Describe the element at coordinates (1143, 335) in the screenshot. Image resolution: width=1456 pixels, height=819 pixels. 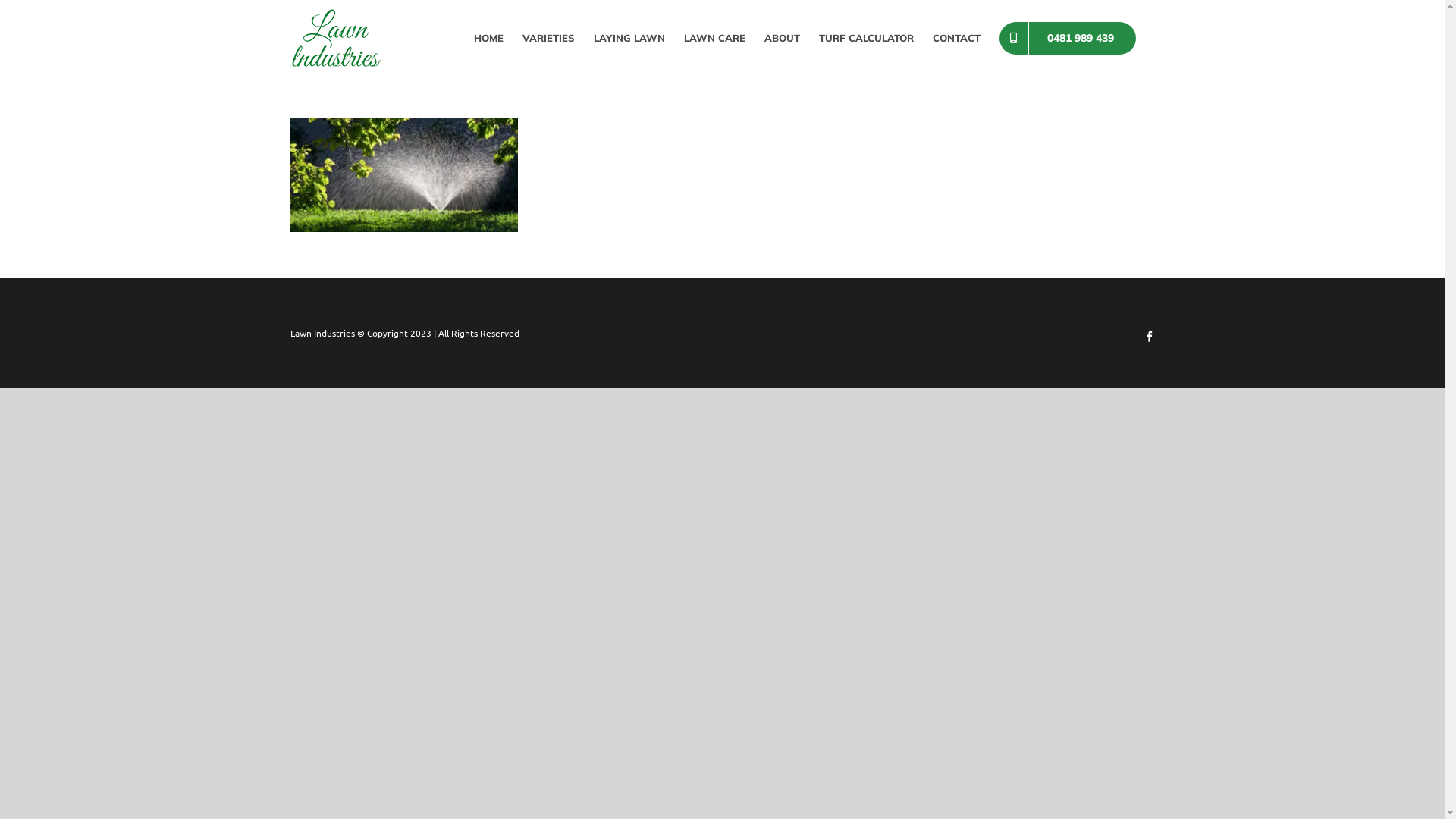
I see `'Facebook'` at that location.